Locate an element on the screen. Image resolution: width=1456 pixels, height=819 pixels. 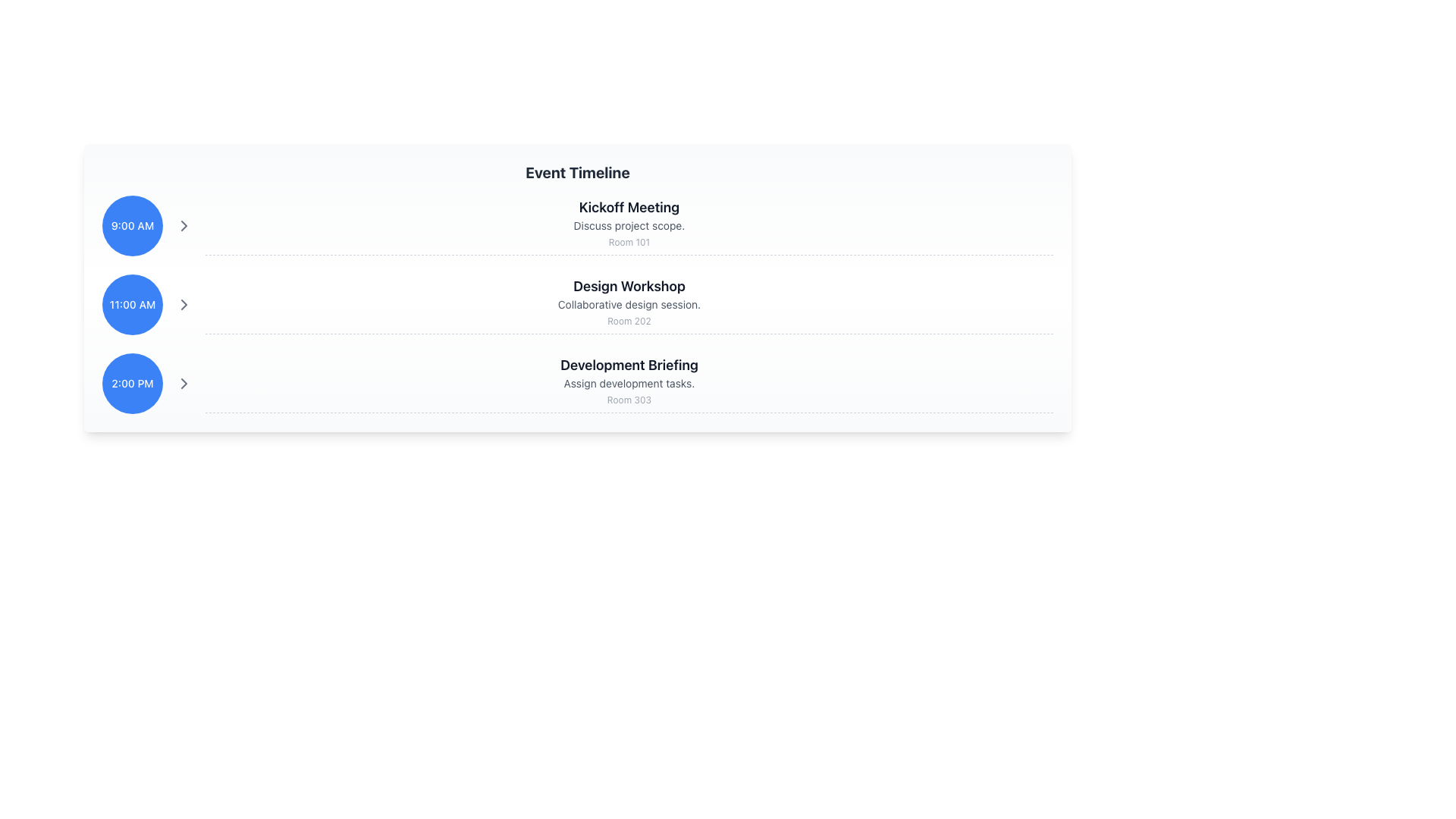
the chevron-shaped icon pointing rightwards that is located to the right of the blue circle containing '11:00 AM' is located at coordinates (184, 304).